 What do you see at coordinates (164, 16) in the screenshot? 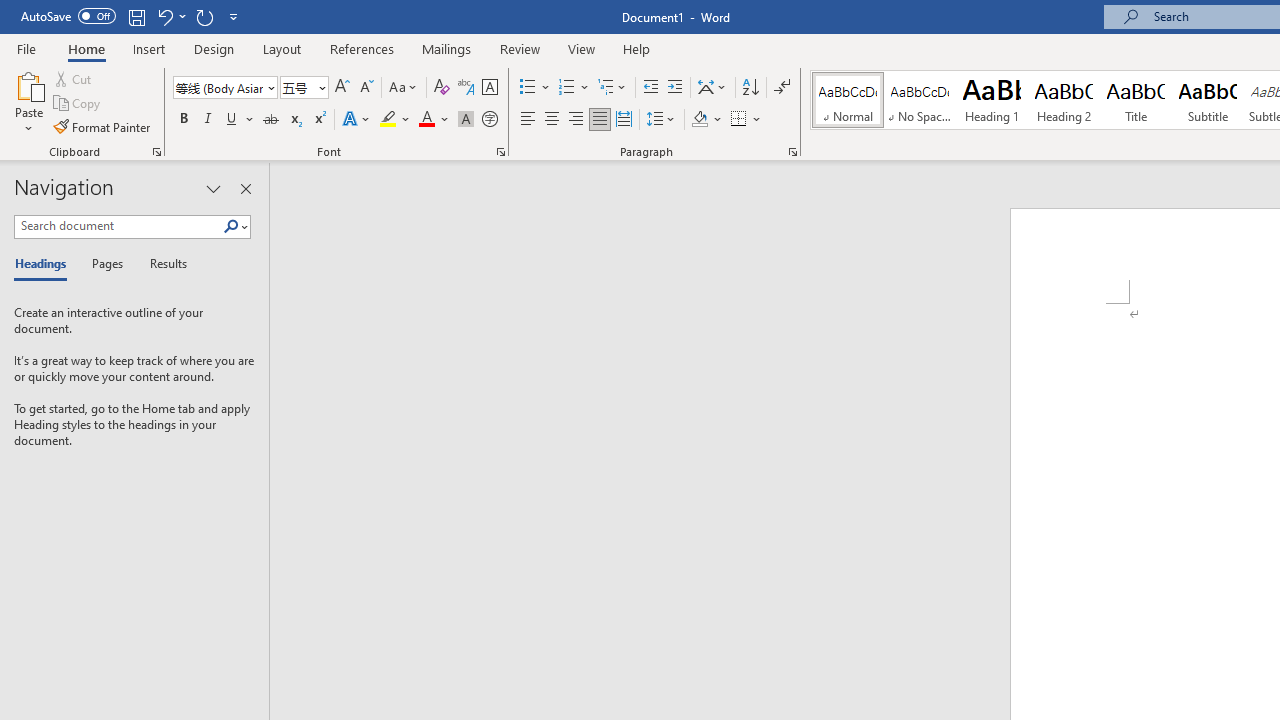
I see `'Undo Apply Quick Style'` at bounding box center [164, 16].